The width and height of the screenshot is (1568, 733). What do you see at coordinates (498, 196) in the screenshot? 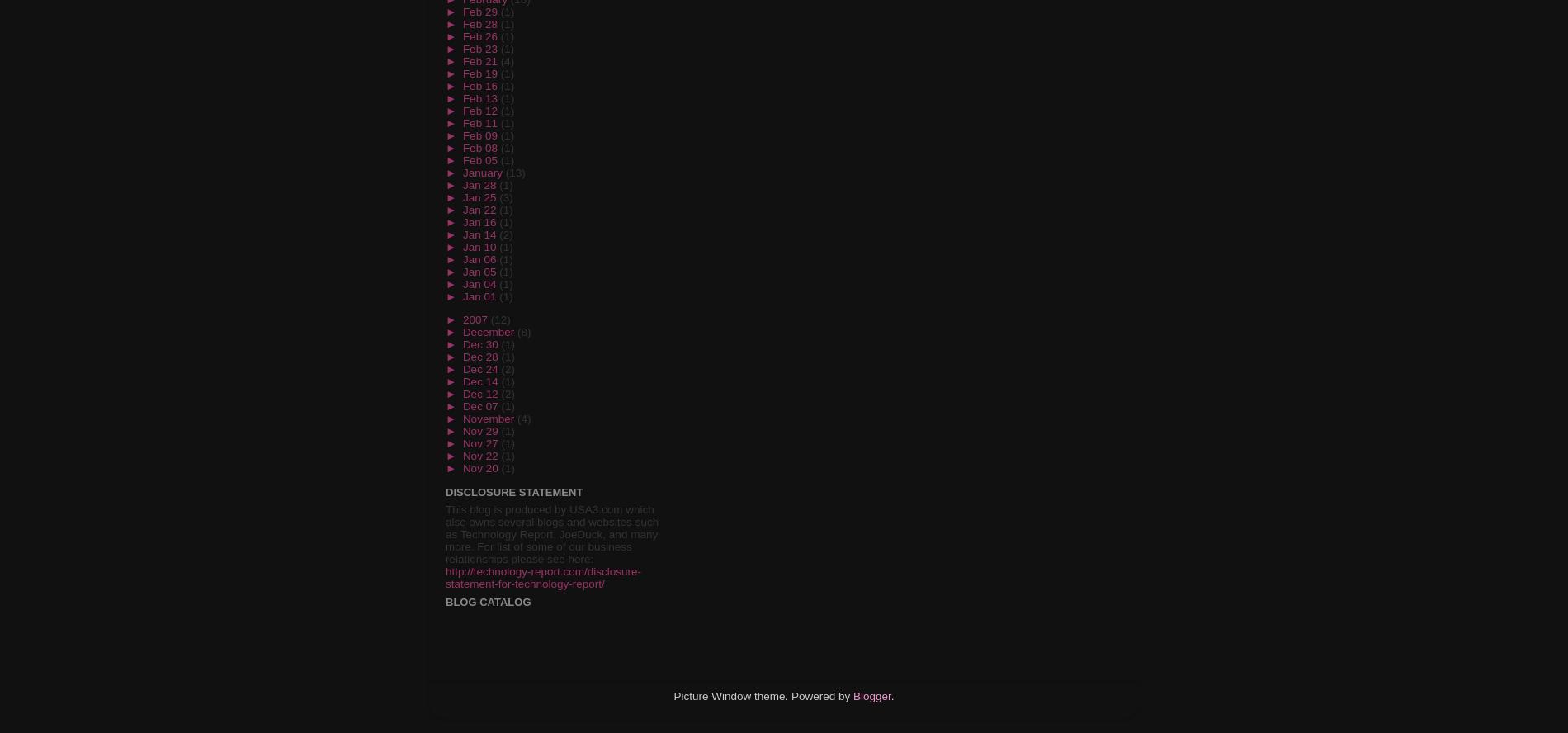
I see `'(3)'` at bounding box center [498, 196].